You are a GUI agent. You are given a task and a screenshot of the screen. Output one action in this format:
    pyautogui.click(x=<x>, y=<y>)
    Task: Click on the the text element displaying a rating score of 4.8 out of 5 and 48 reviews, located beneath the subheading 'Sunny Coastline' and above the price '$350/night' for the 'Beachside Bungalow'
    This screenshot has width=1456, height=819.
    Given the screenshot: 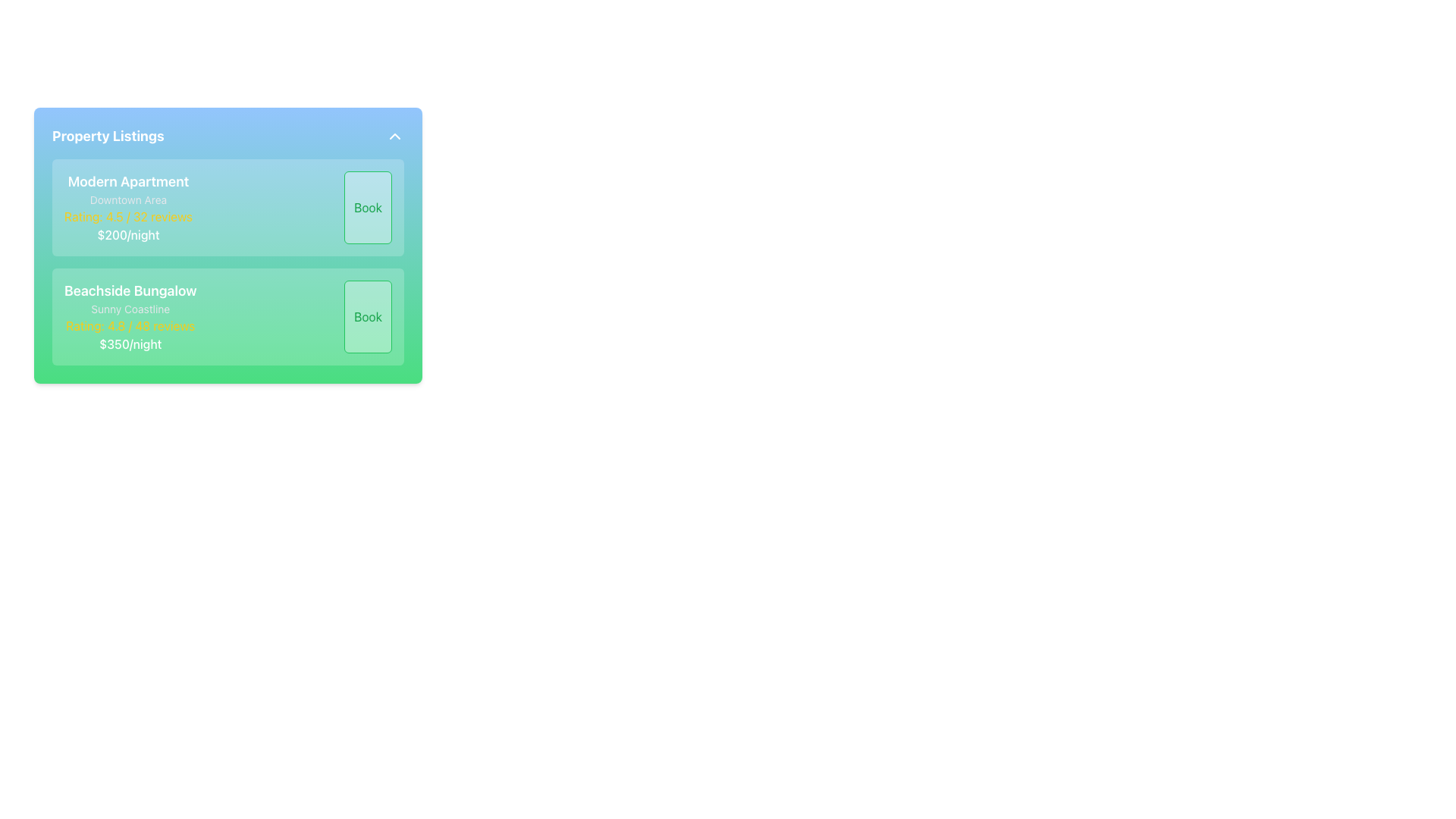 What is the action you would take?
    pyautogui.click(x=130, y=325)
    